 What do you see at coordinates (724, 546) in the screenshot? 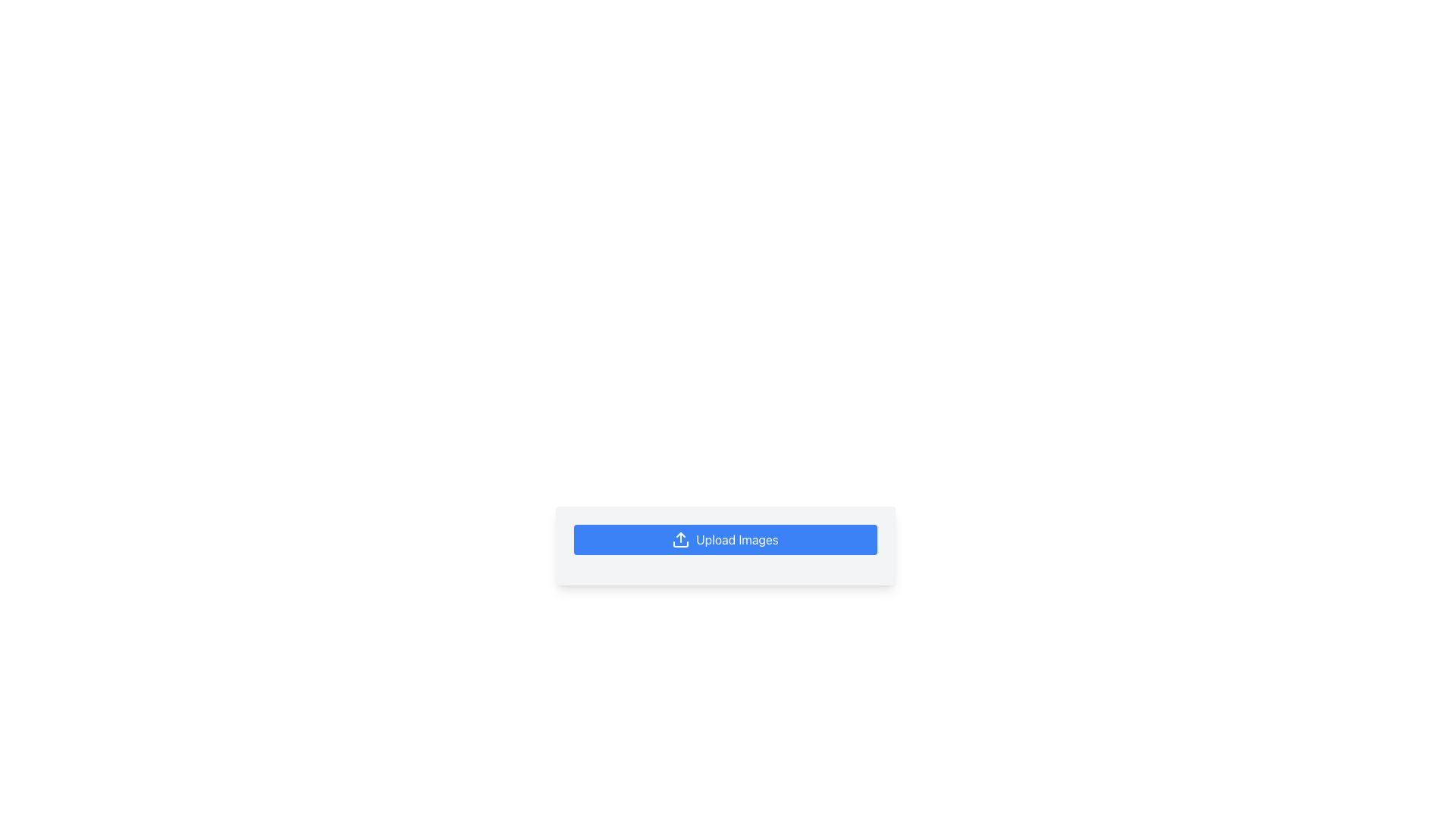
I see `the blue rectangular button labeled 'Upload Images' with an upload icon` at bounding box center [724, 546].